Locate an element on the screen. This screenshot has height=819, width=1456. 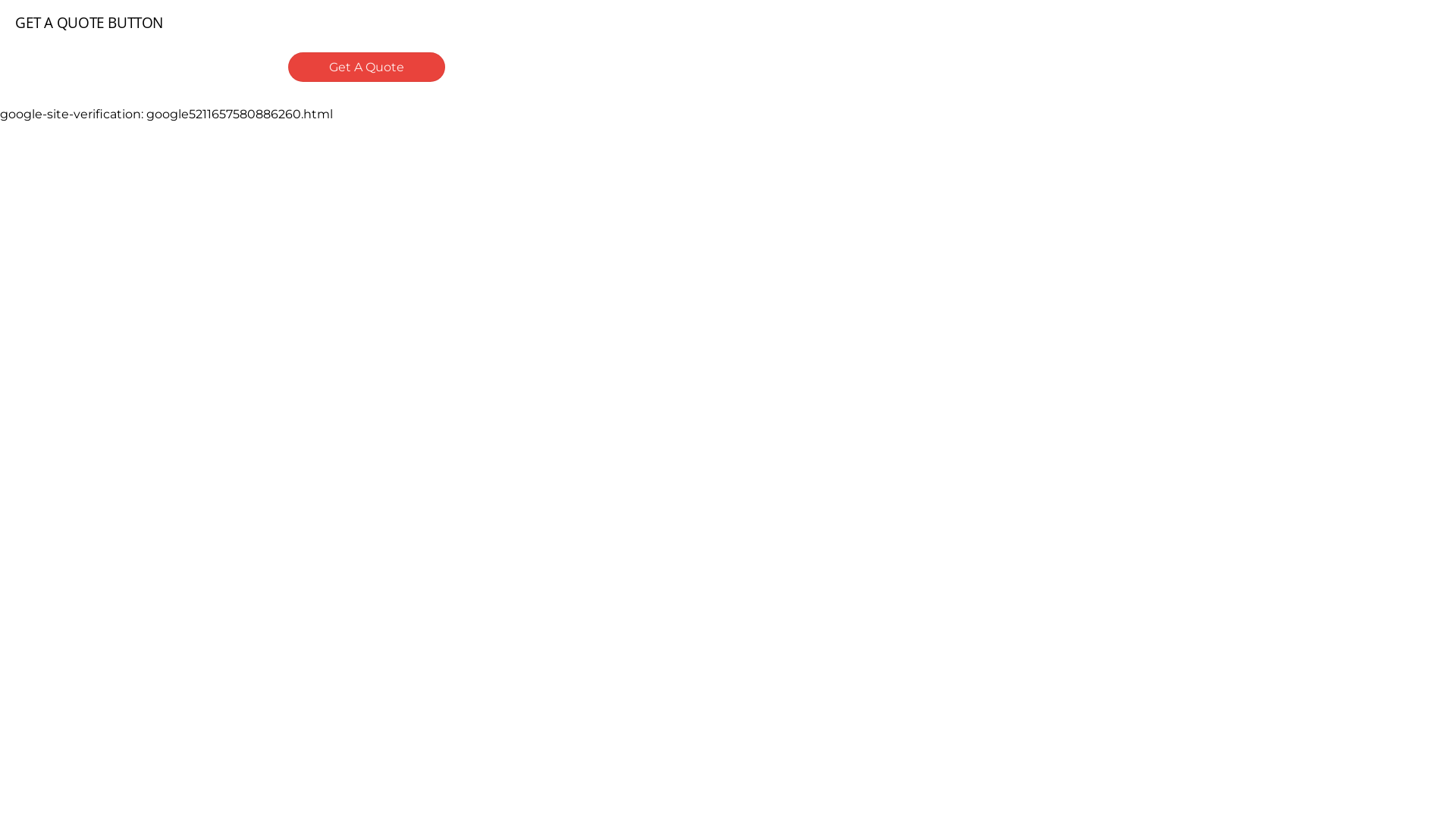
'Get A Quote' is located at coordinates (366, 66).